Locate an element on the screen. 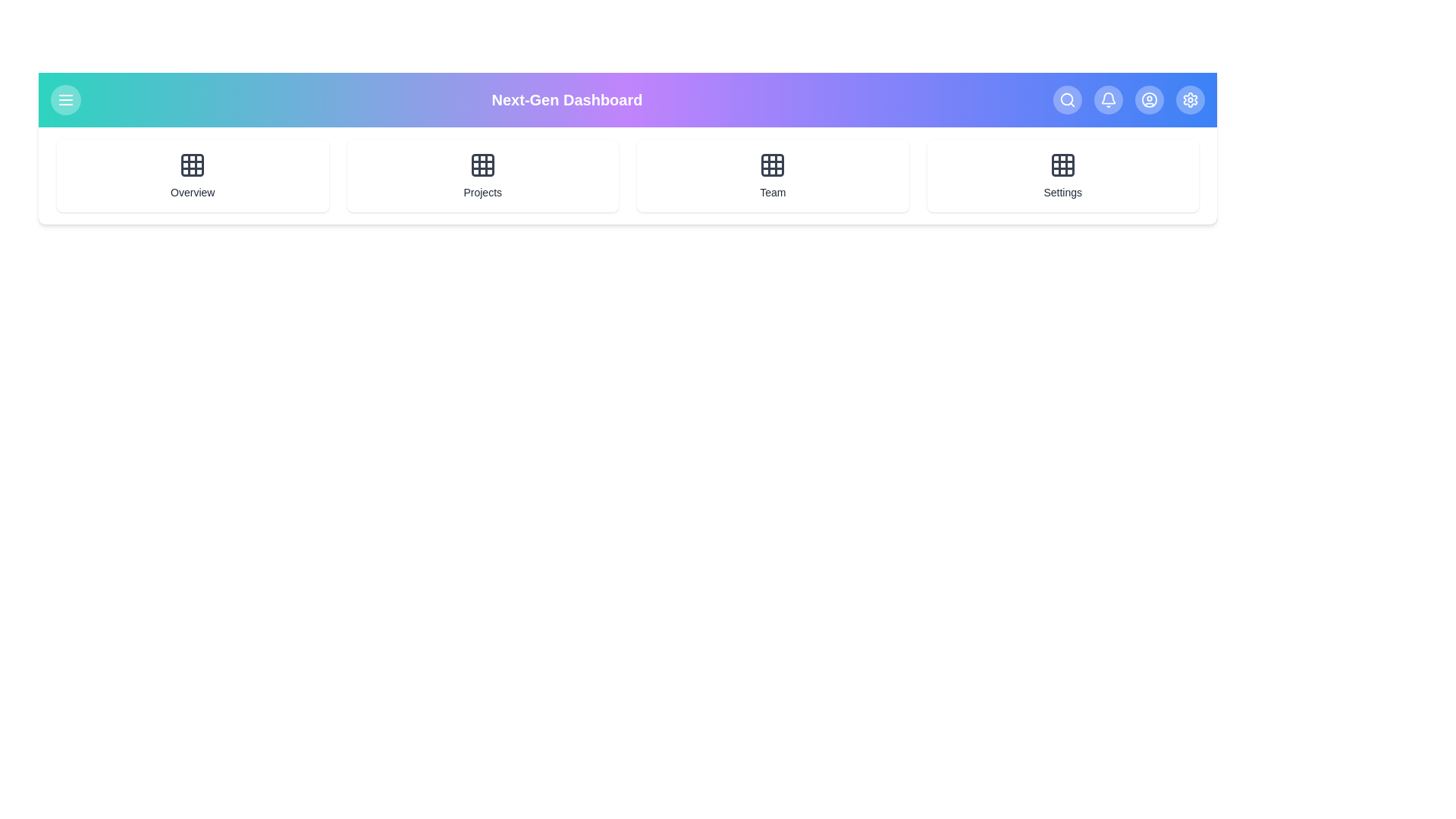  the grid item labeled Overview to navigate to that section is located at coordinates (192, 174).